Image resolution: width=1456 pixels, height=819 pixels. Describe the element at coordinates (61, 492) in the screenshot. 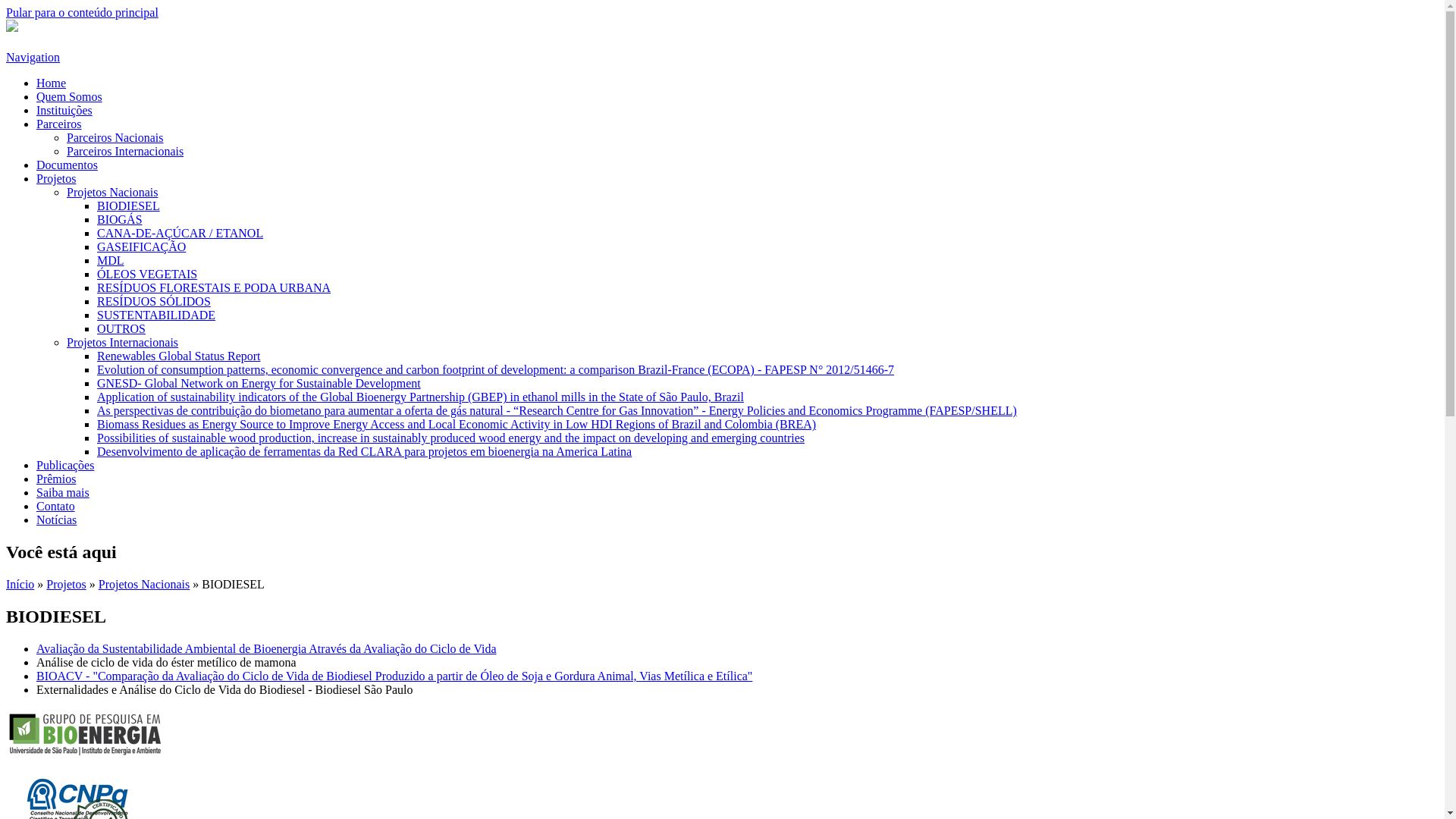

I see `'Saiba mais'` at that location.